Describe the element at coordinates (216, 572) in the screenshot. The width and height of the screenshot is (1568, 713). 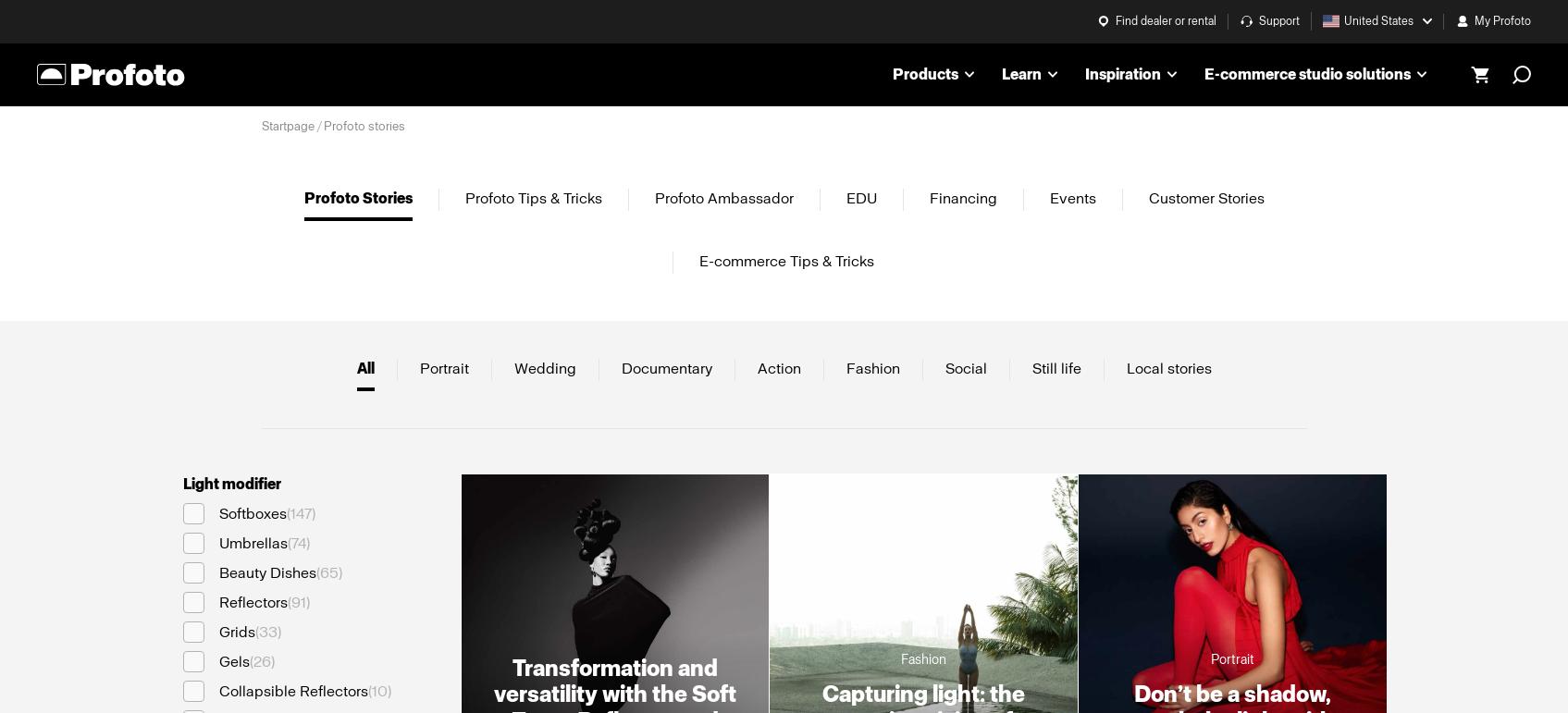
I see `'Beauty Dishes'` at that location.